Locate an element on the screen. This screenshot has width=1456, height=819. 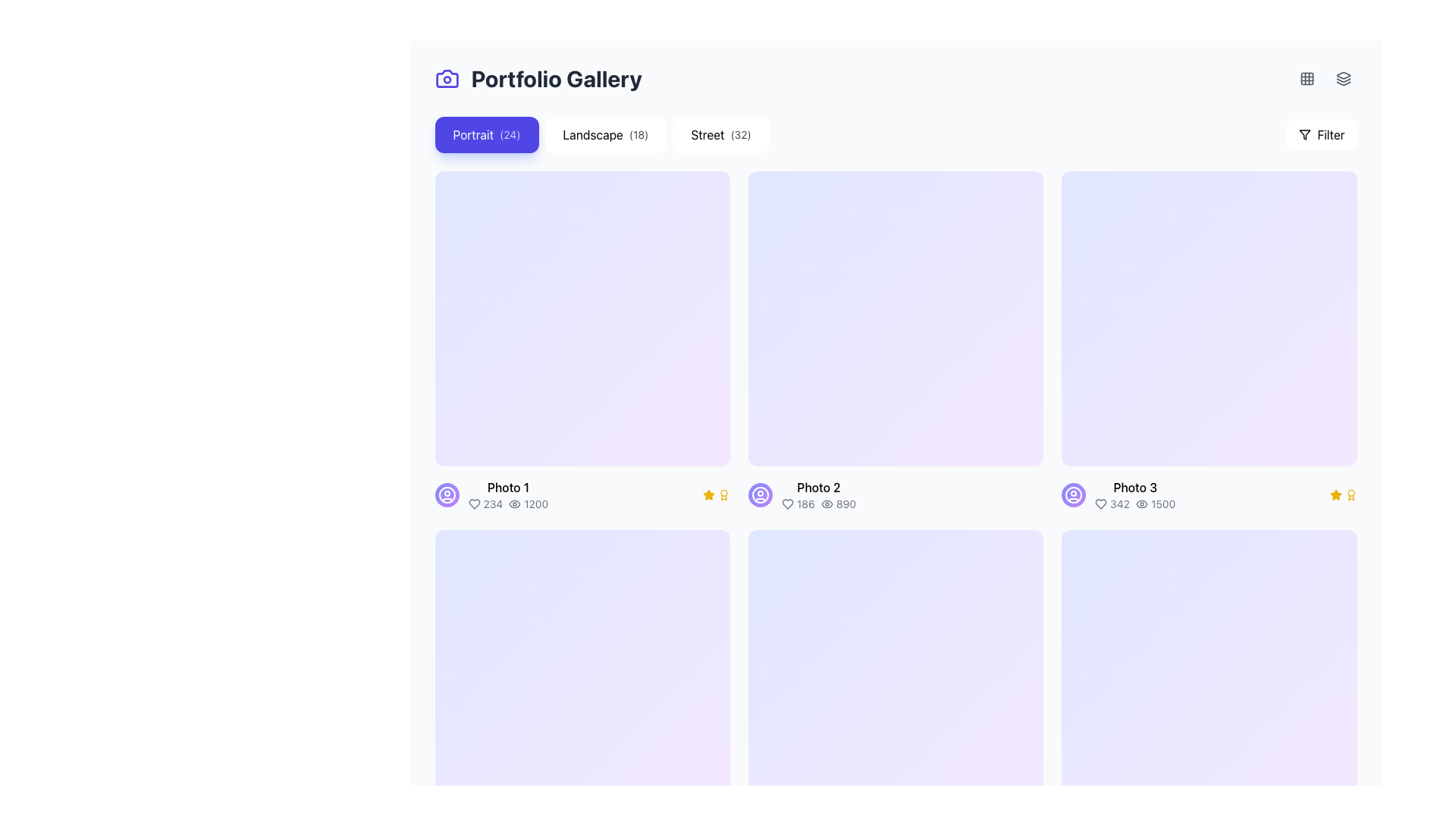
the outermost circular visual element of the SVG-based user profile icon, which represents a user or account in the gallery interface is located at coordinates (760, 495).